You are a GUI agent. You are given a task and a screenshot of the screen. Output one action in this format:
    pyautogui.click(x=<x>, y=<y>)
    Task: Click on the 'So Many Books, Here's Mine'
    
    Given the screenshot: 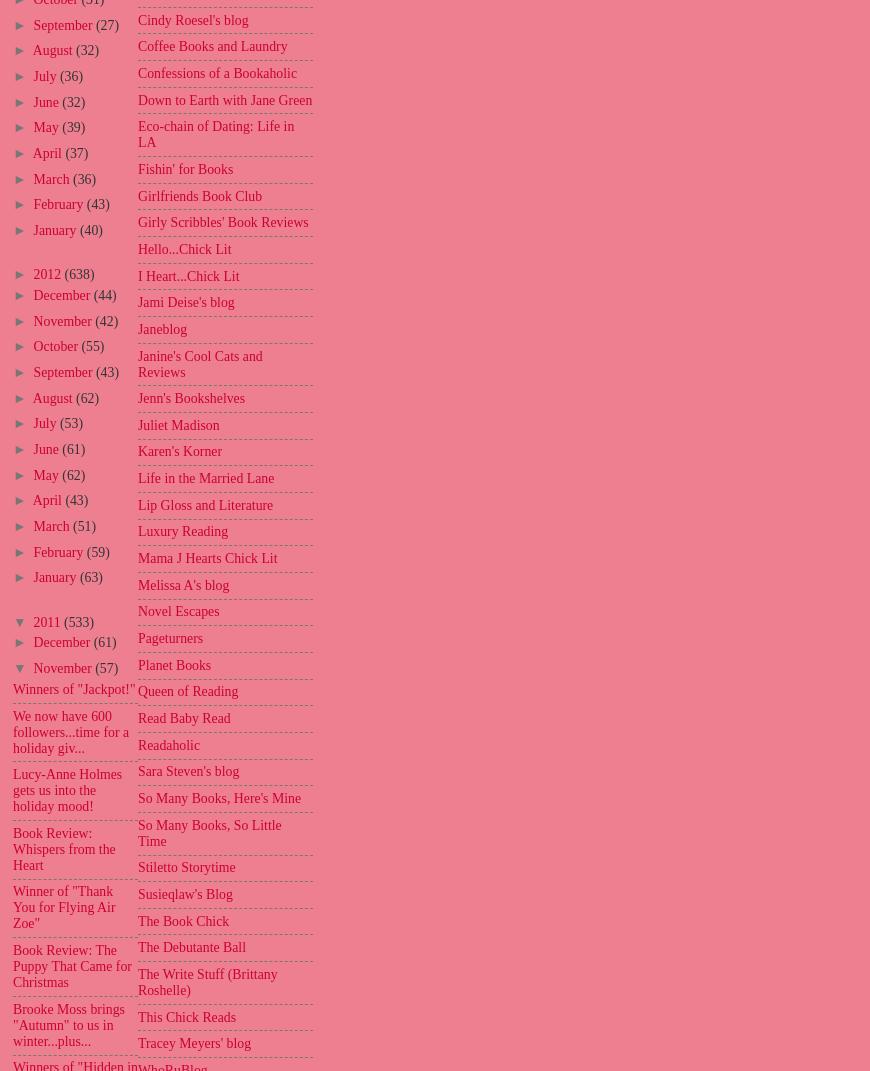 What is the action you would take?
    pyautogui.click(x=219, y=797)
    